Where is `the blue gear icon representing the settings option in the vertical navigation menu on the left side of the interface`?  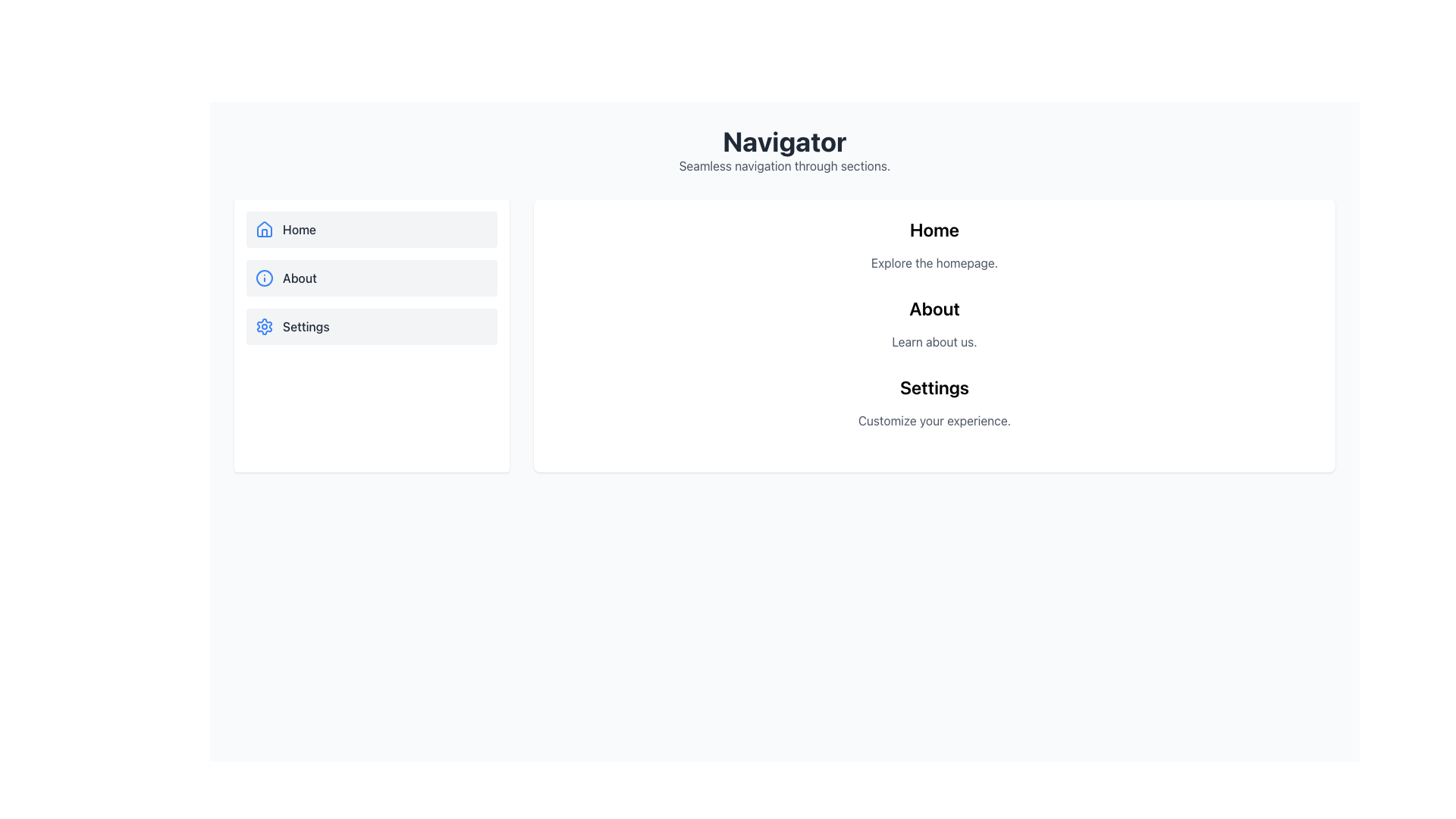 the blue gear icon representing the settings option in the vertical navigation menu on the left side of the interface is located at coordinates (265, 326).